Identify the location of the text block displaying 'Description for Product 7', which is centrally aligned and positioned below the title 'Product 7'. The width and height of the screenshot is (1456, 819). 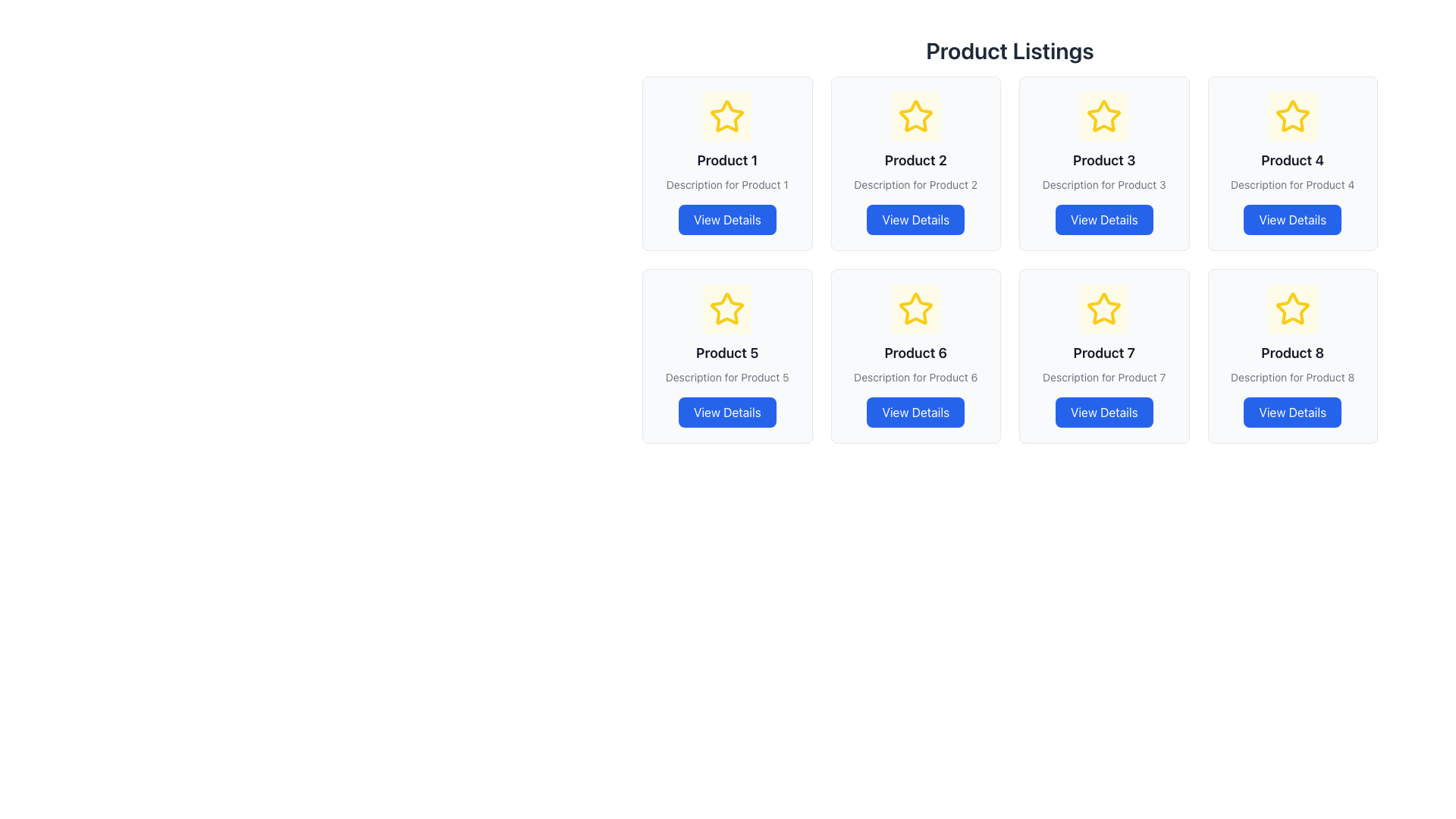
(1104, 376).